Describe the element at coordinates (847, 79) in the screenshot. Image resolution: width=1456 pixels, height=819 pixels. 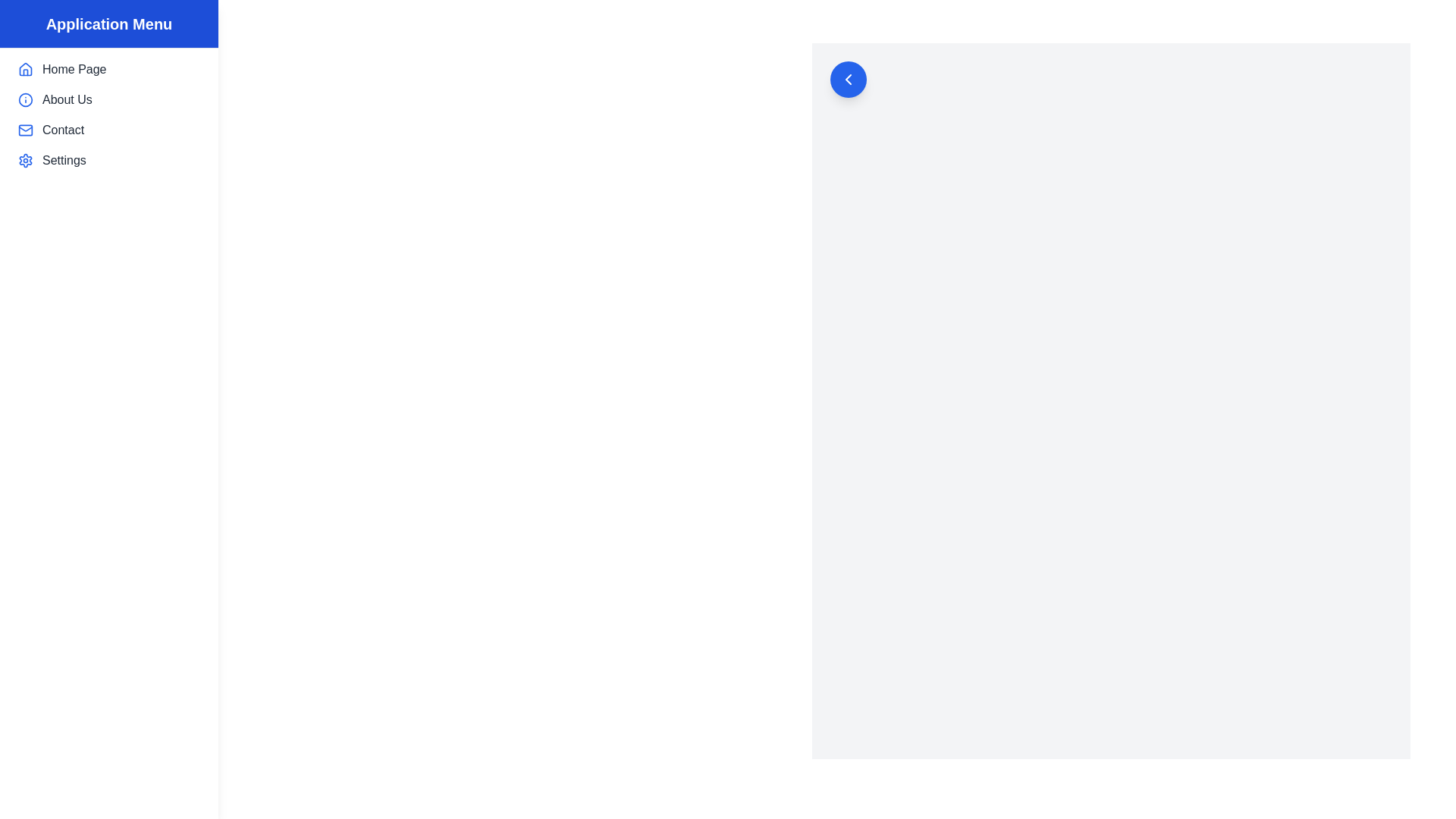
I see `the Chevron left icon located at the upper-right corner of the interface` at that location.